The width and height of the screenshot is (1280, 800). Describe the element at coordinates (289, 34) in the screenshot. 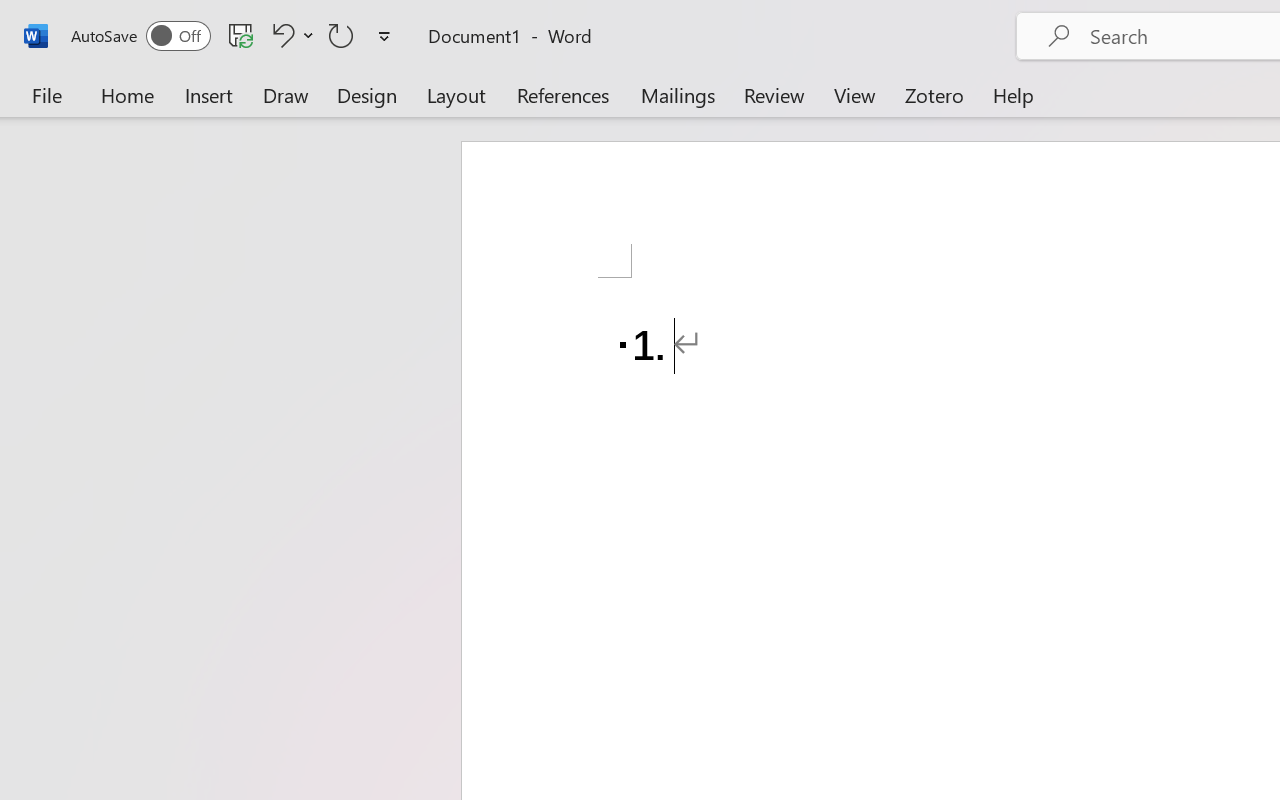

I see `'Undo Number Default'` at that location.